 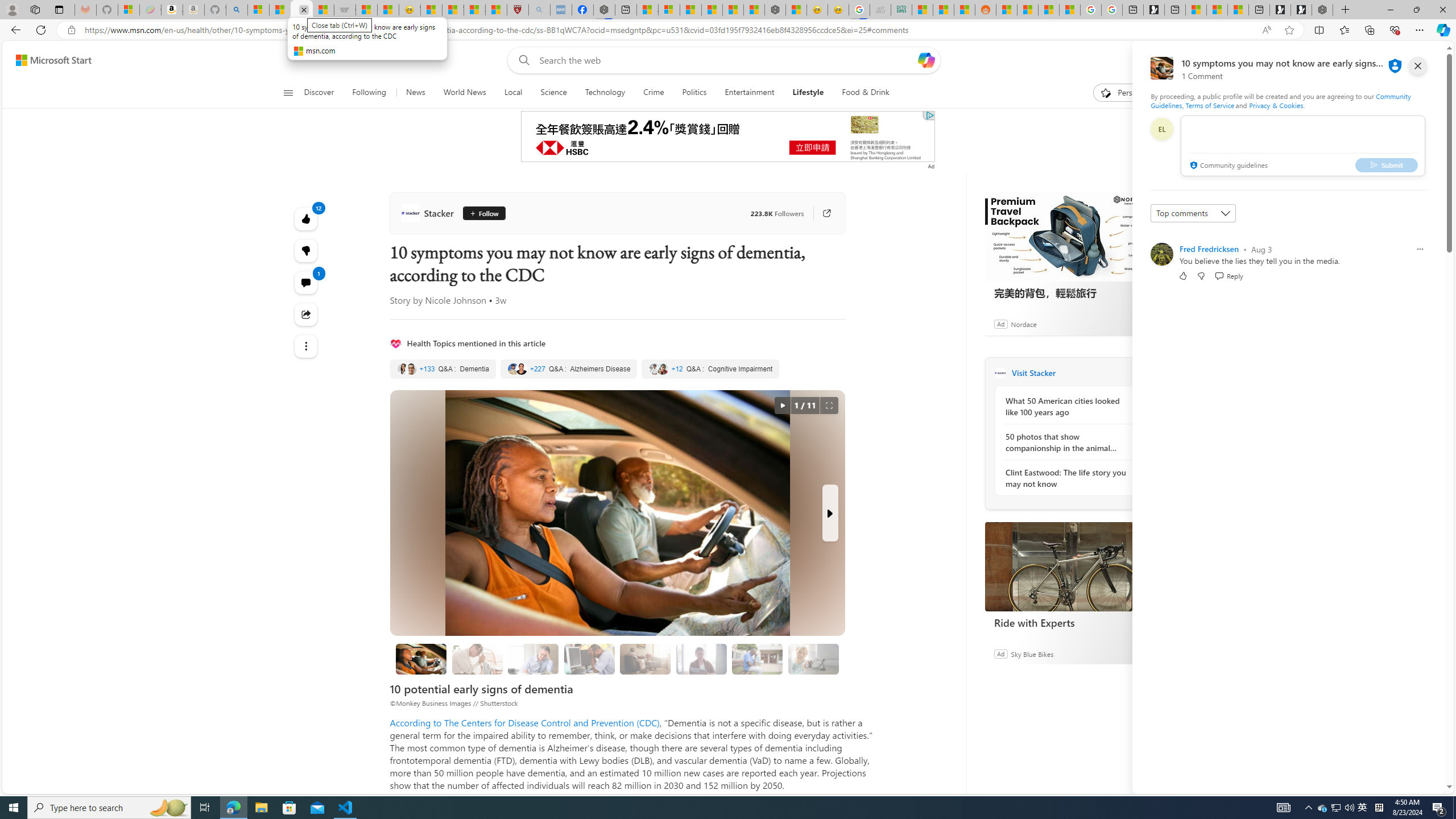 I want to click on 'Follow', so click(x=484, y=213).